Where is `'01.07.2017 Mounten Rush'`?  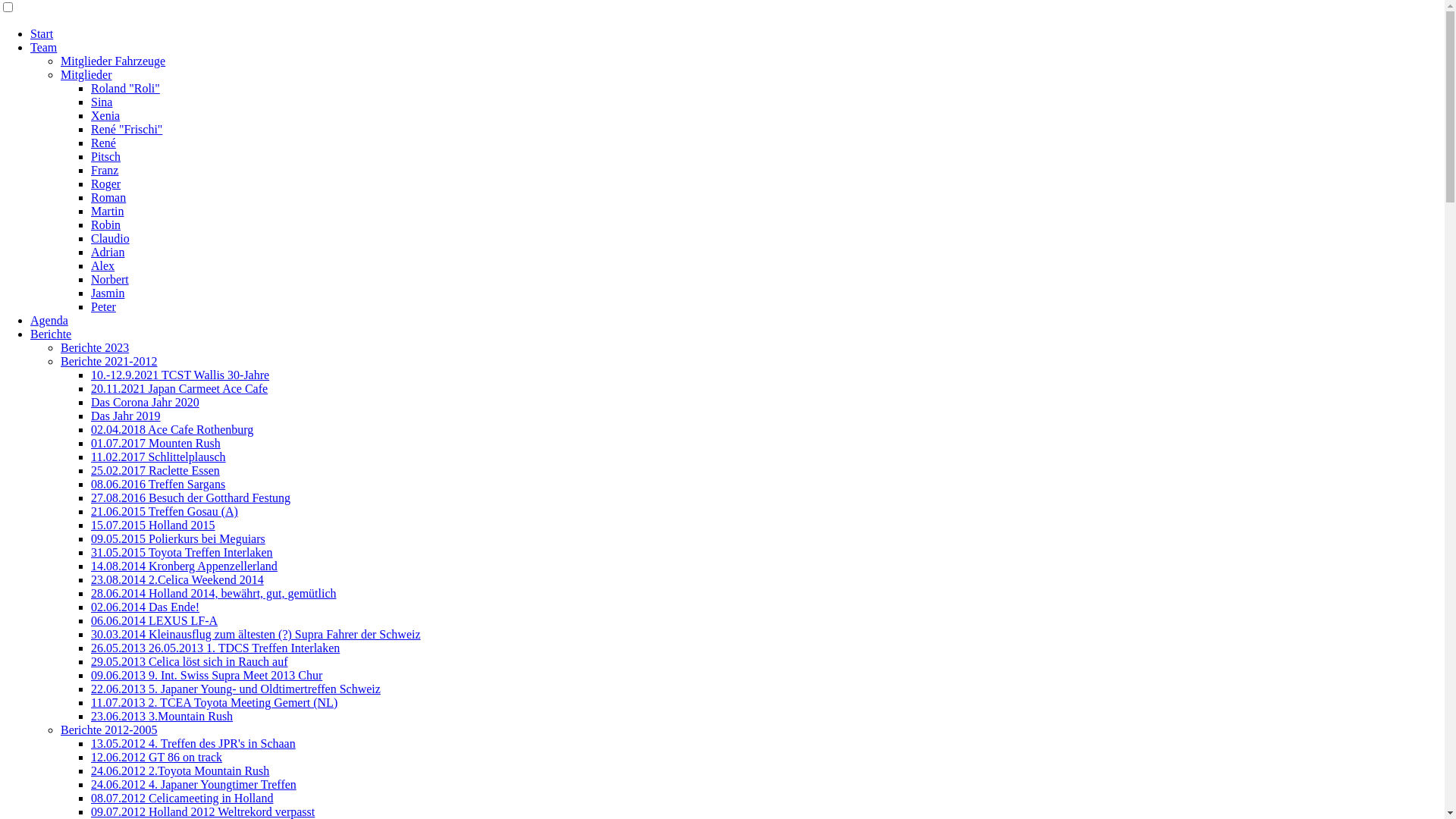
'01.07.2017 Mounten Rush' is located at coordinates (155, 443).